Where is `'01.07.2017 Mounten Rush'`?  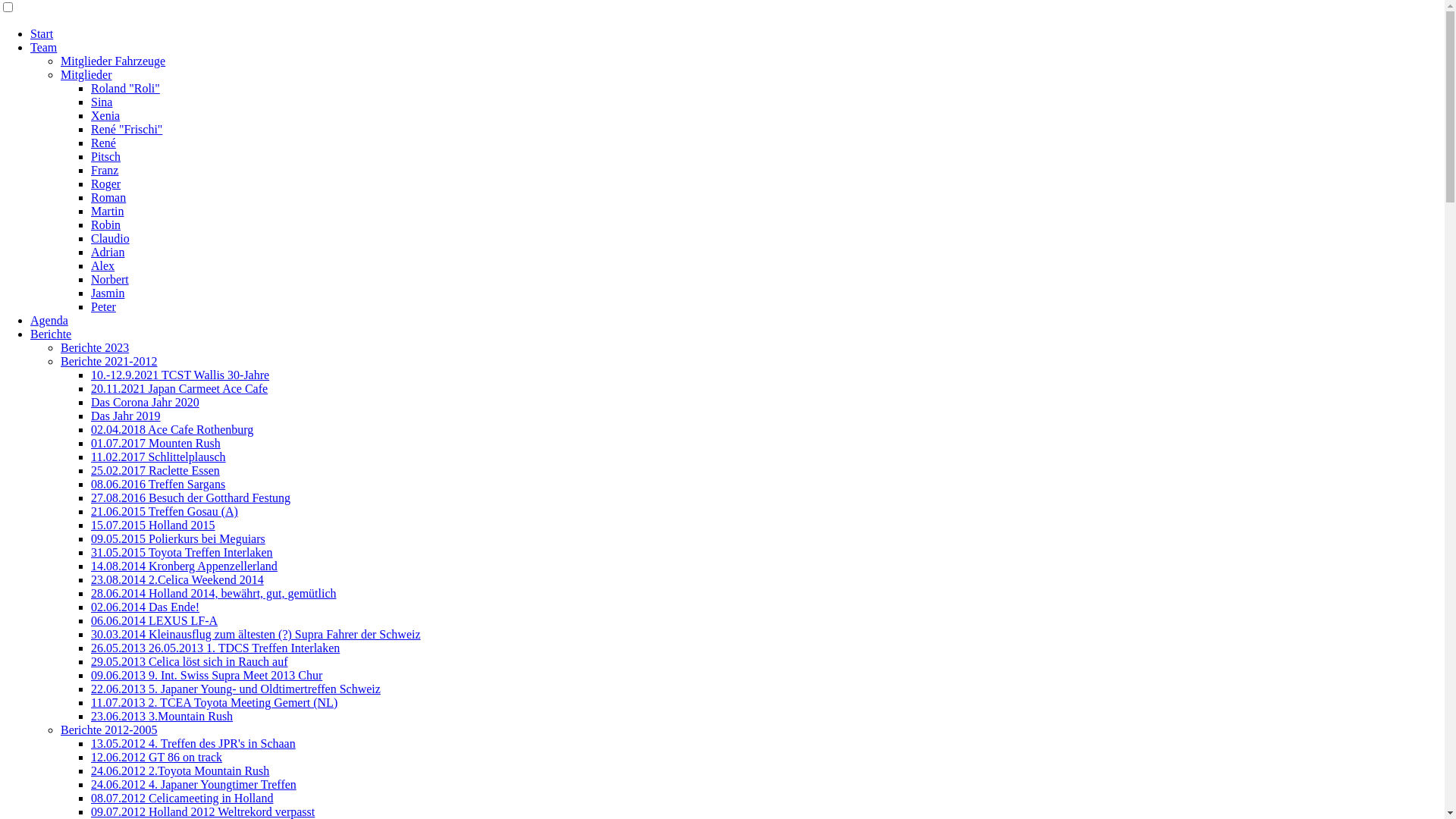
'01.07.2017 Mounten Rush' is located at coordinates (155, 443).